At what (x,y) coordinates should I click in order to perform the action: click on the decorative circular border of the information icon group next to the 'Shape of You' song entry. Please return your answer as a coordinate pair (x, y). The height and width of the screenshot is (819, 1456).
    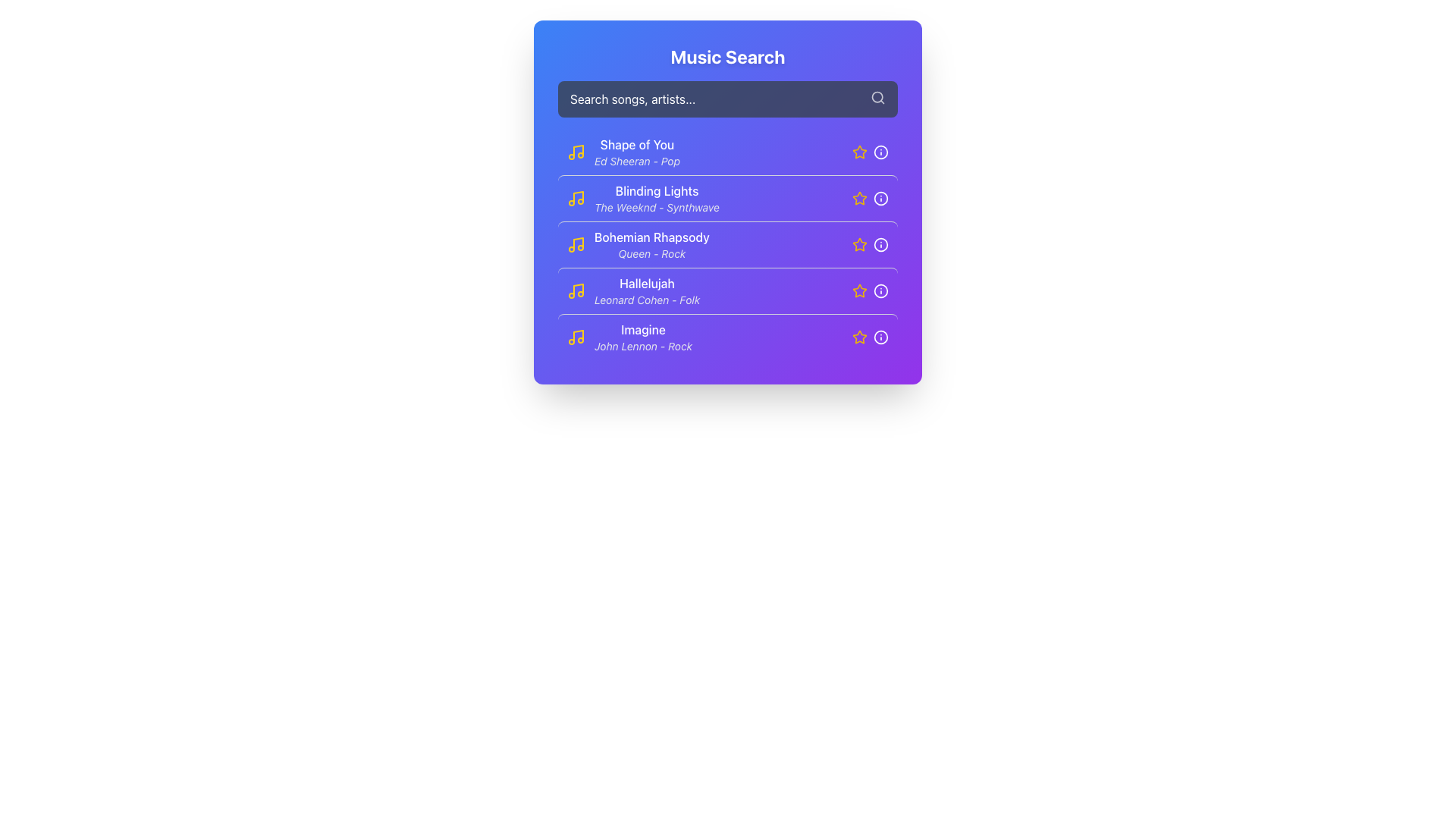
    Looking at the image, I should click on (880, 152).